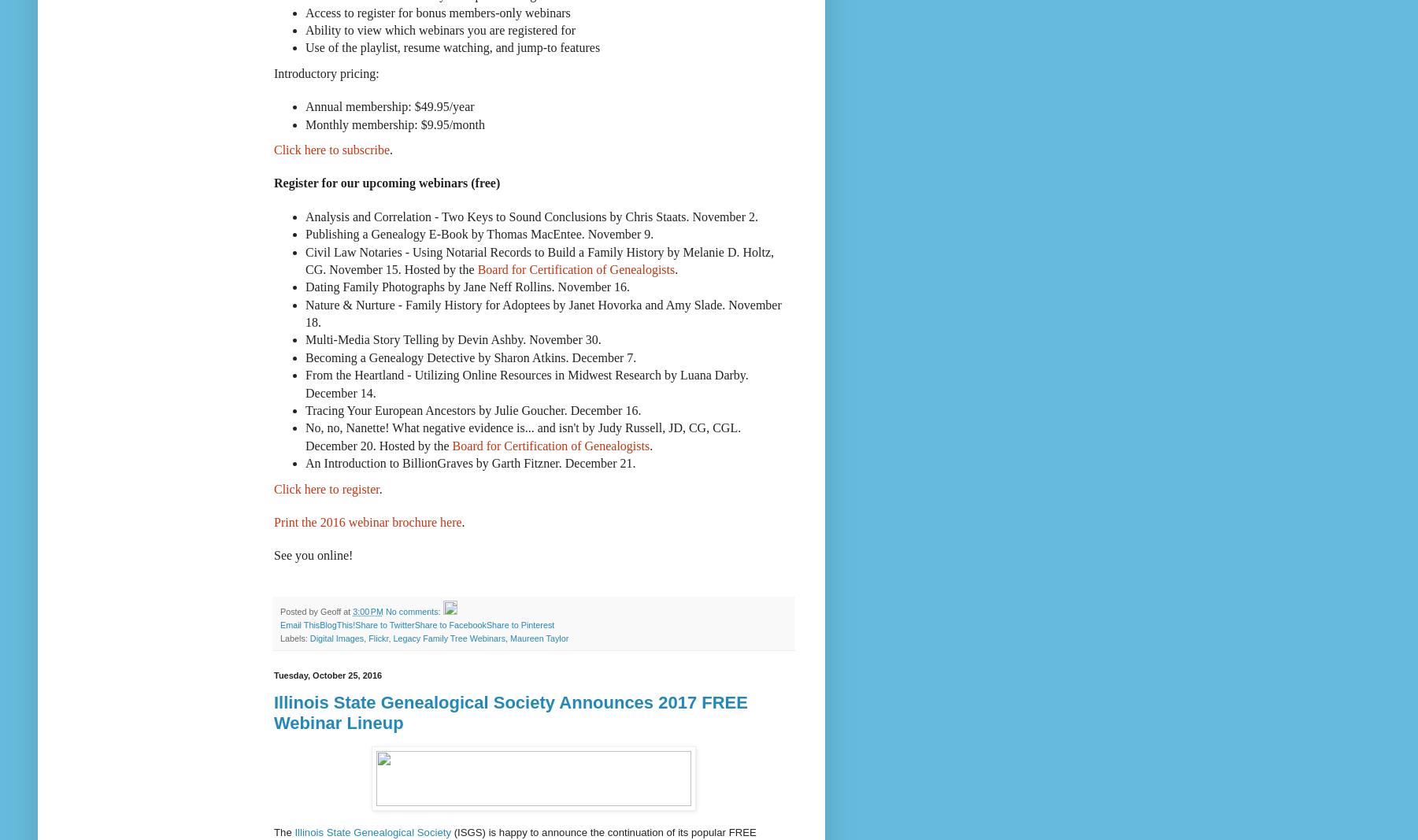  Describe the element at coordinates (305, 123) in the screenshot. I see `'Monthly membership: $9.95/month'` at that location.